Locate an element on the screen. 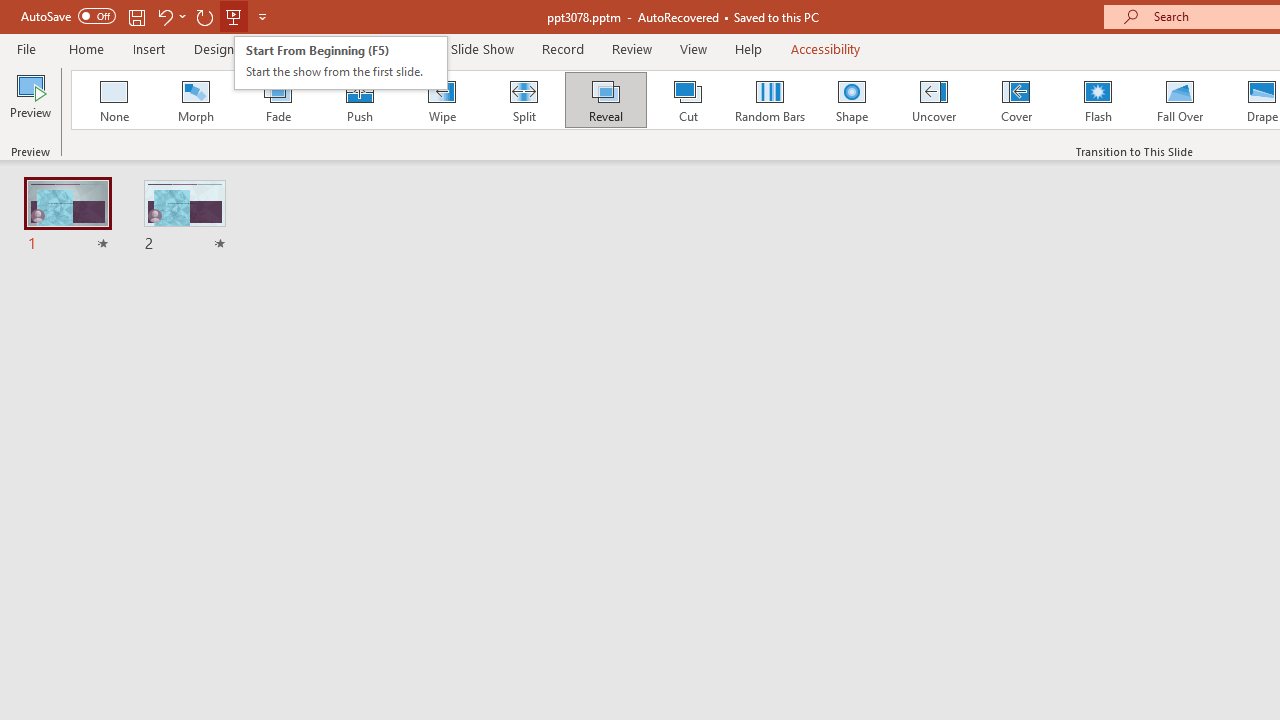 This screenshot has height=720, width=1280. 'Random Bars' is located at coordinates (769, 100).